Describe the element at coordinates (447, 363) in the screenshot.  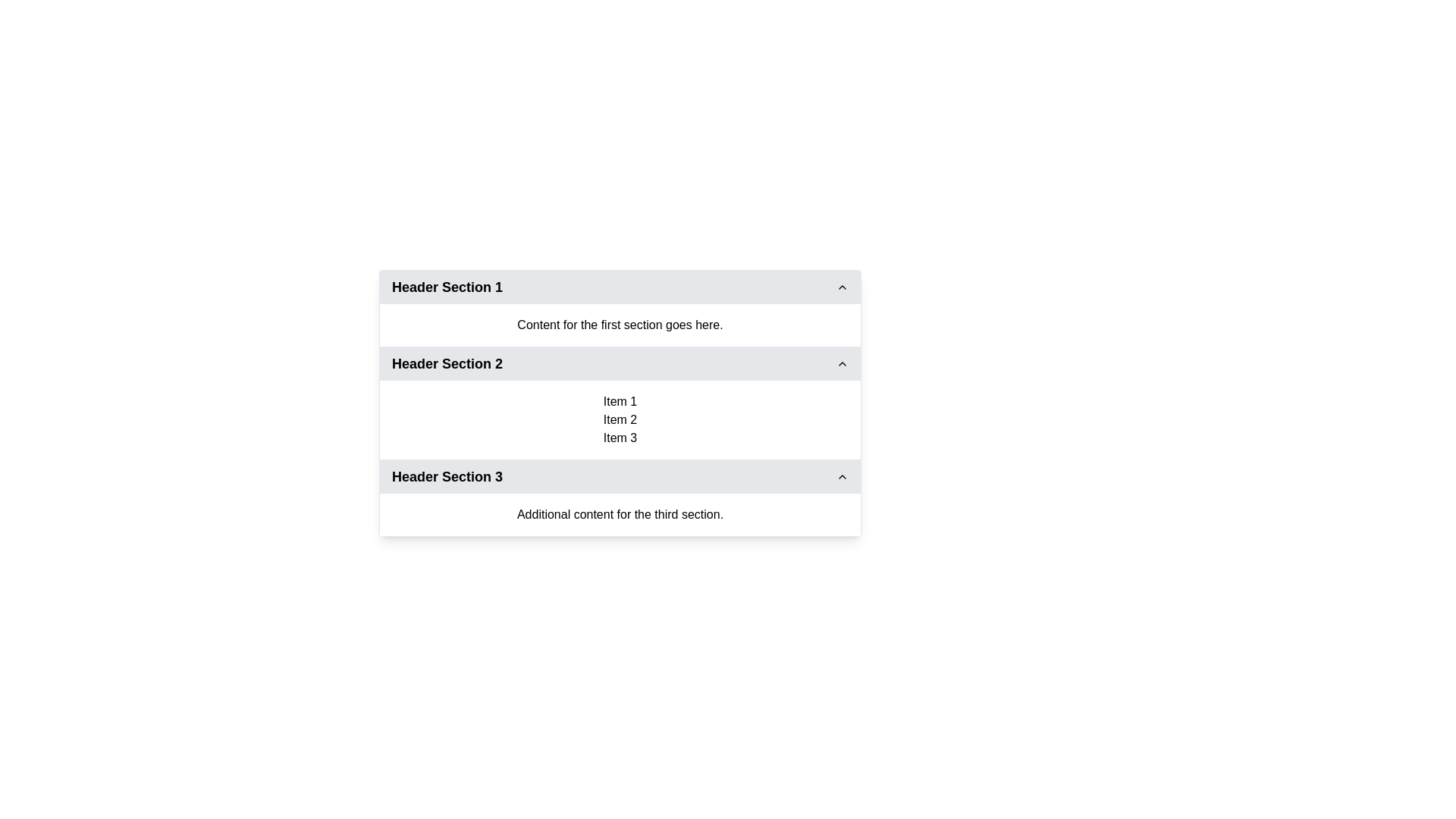
I see `the text element that reads 'Header Section 2', which is bold and large, located at the top of its section with a light gray background` at that location.